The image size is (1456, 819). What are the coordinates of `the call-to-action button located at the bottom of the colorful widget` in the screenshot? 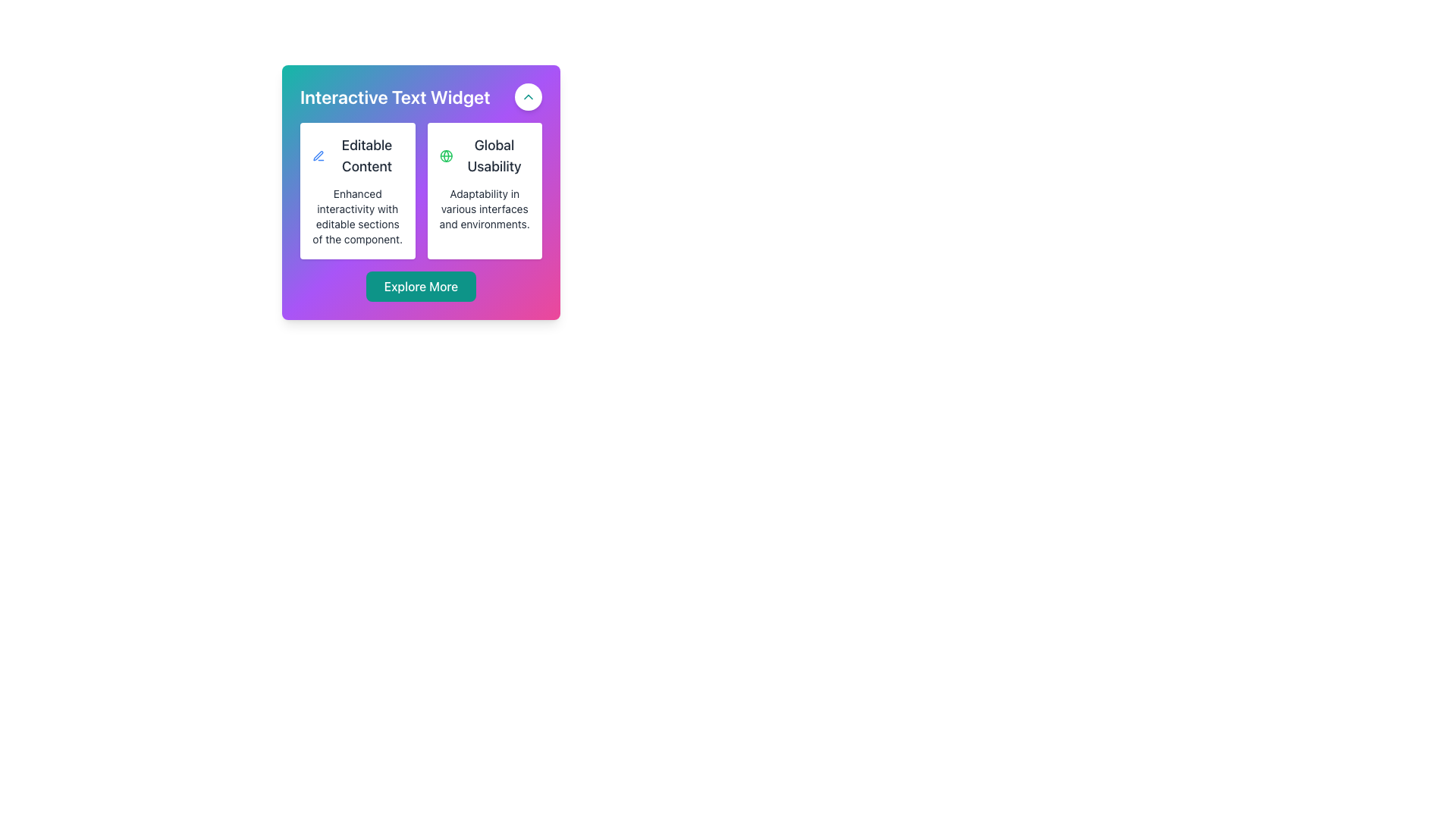 It's located at (421, 287).